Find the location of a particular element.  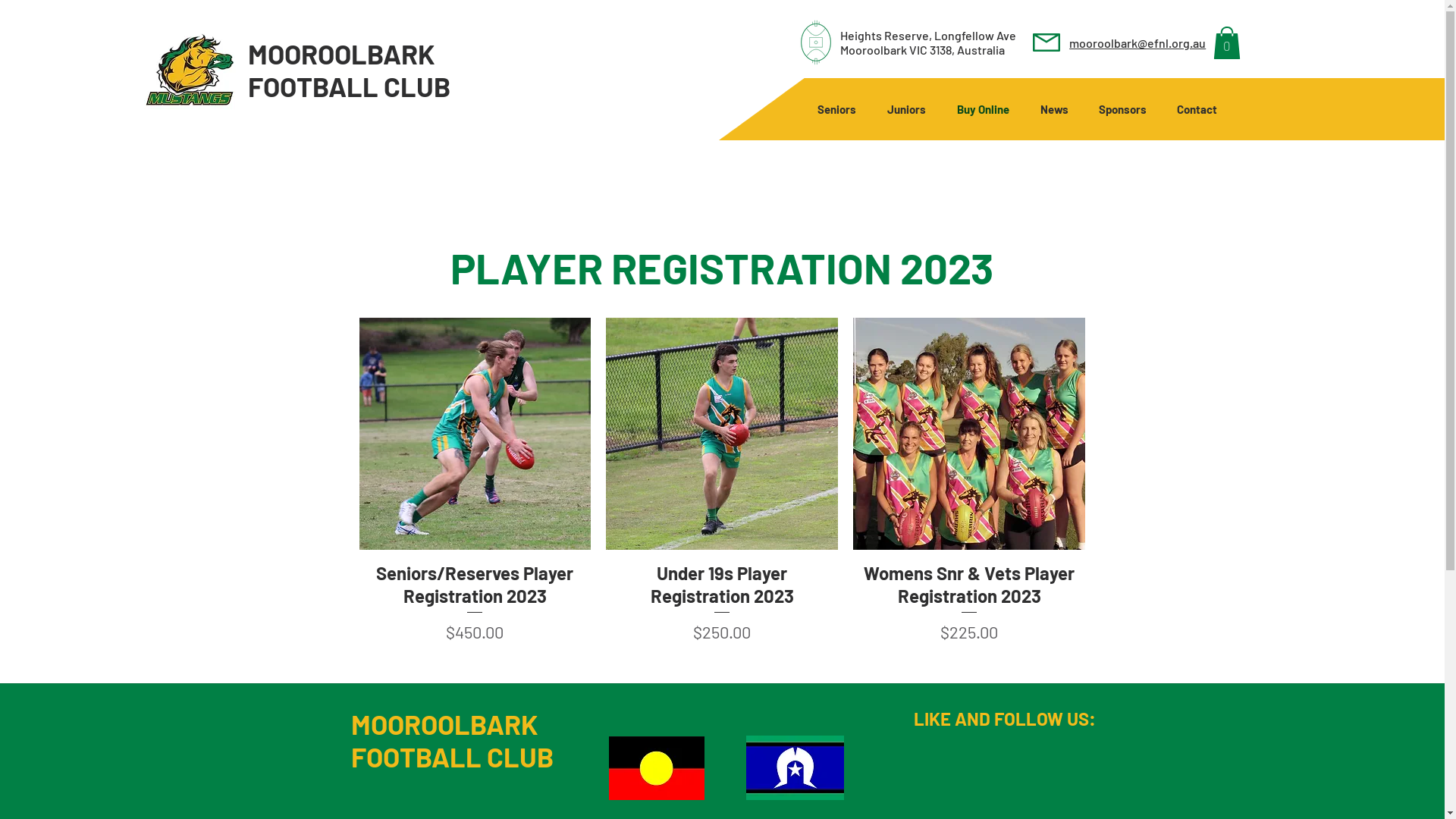

'Sponsors' is located at coordinates (1083, 108).